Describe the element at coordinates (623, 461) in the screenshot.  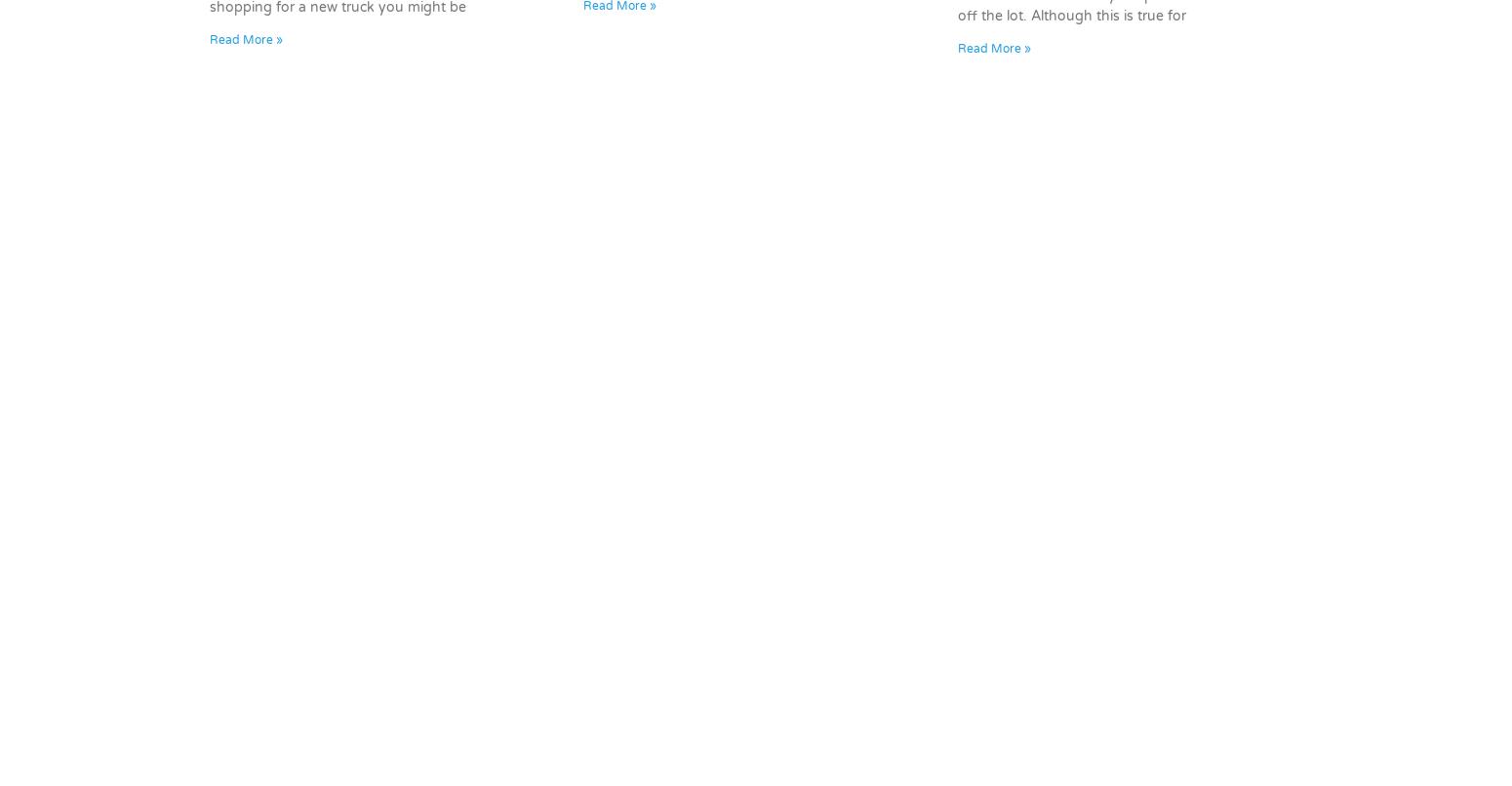
I see `'(877) 419-9994'` at that location.